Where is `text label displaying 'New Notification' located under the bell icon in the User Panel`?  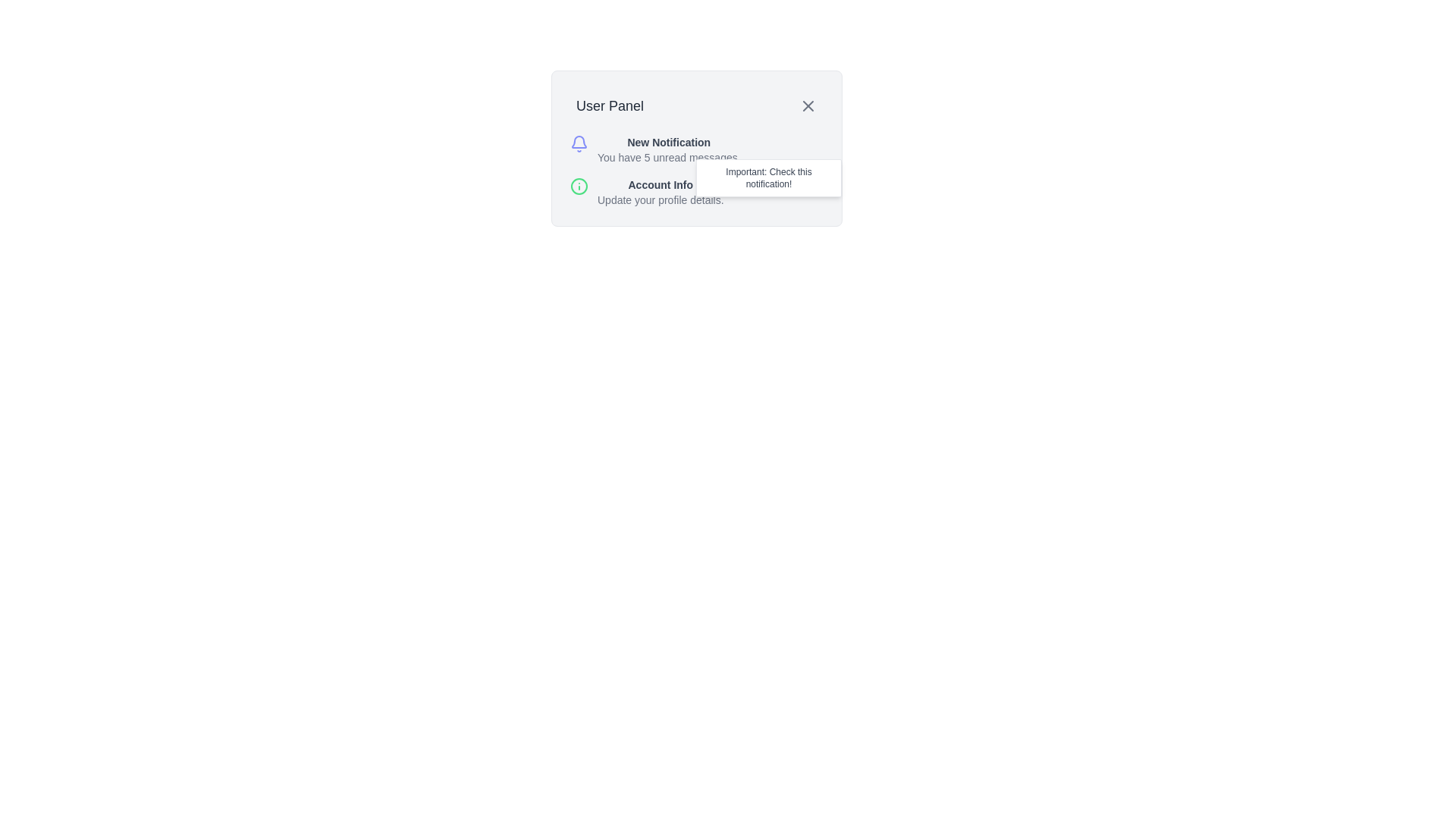
text label displaying 'New Notification' located under the bell icon in the User Panel is located at coordinates (668, 143).